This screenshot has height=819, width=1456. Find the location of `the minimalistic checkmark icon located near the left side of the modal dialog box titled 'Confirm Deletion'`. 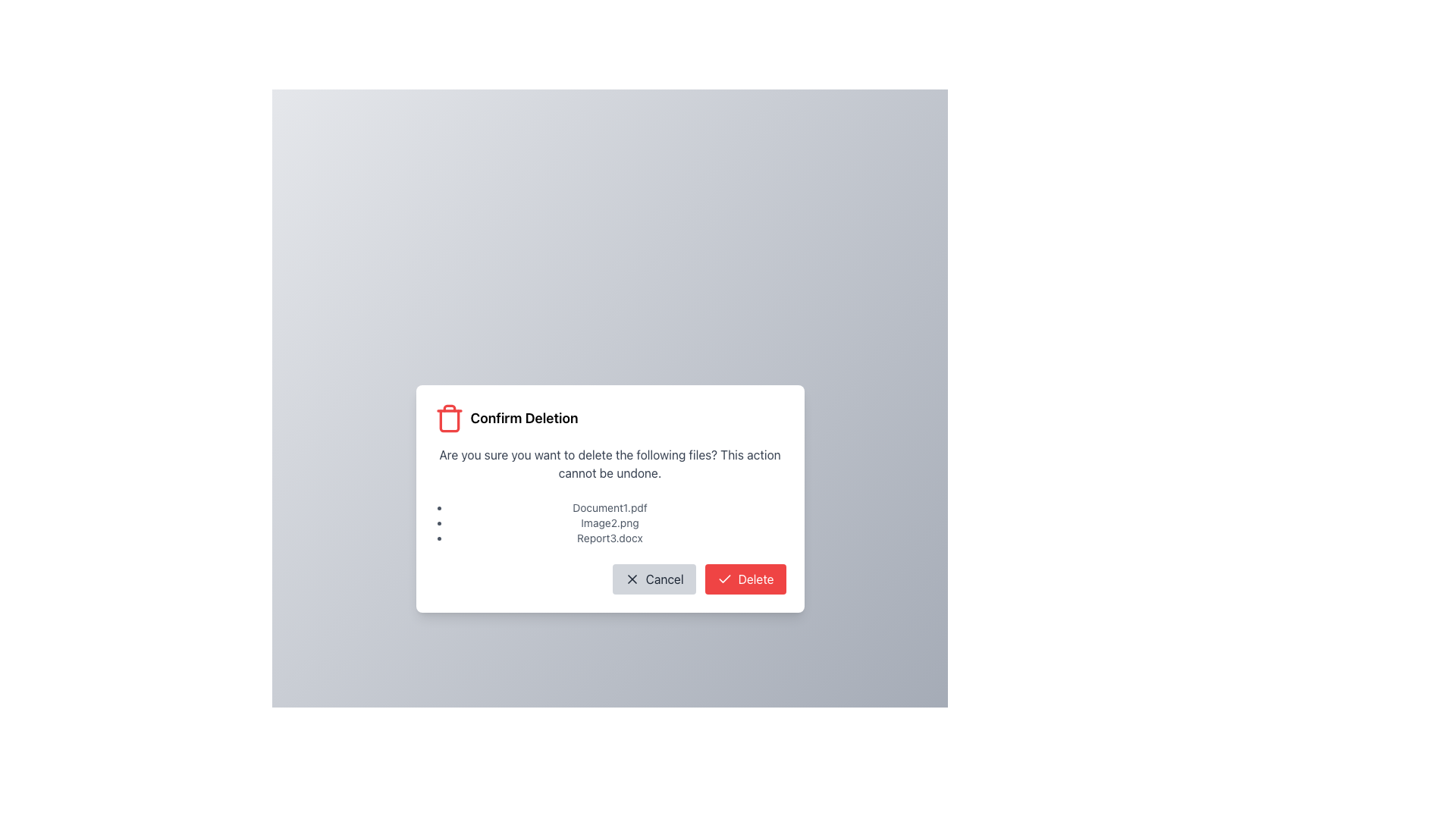

the minimalistic checkmark icon located near the left side of the modal dialog box titled 'Confirm Deletion' is located at coordinates (723, 579).